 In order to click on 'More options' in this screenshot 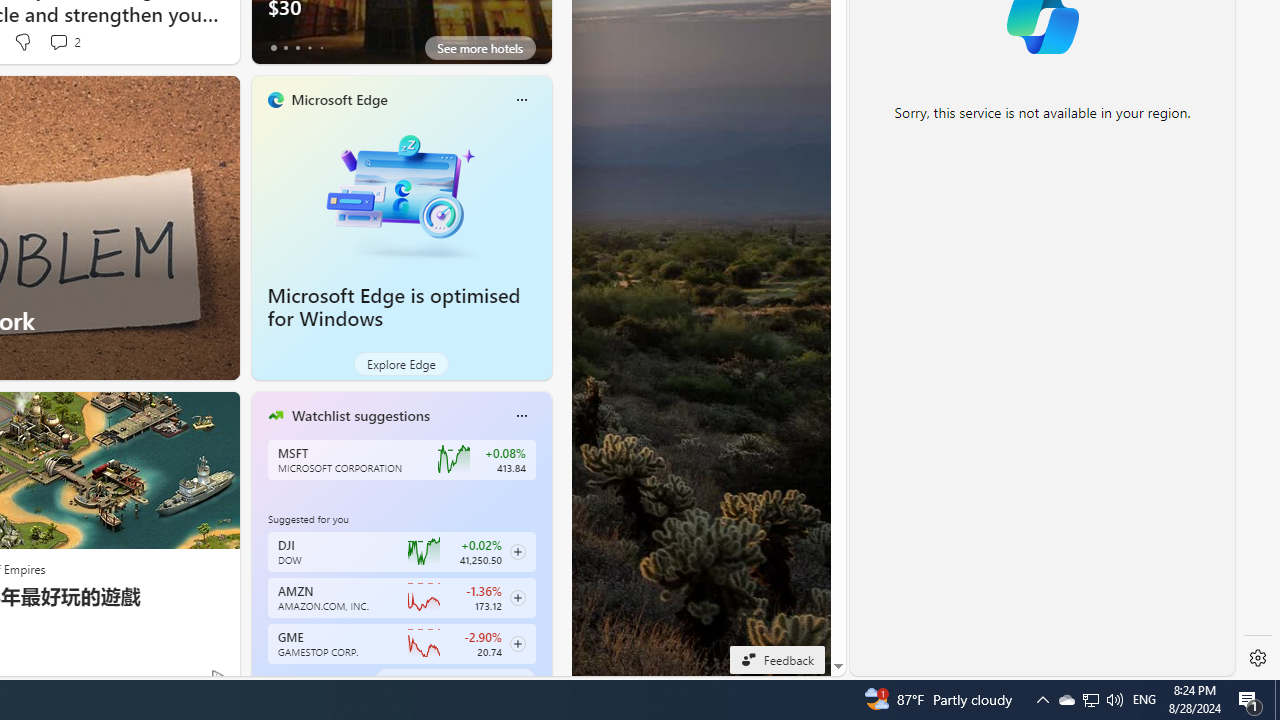, I will do `click(521, 414)`.